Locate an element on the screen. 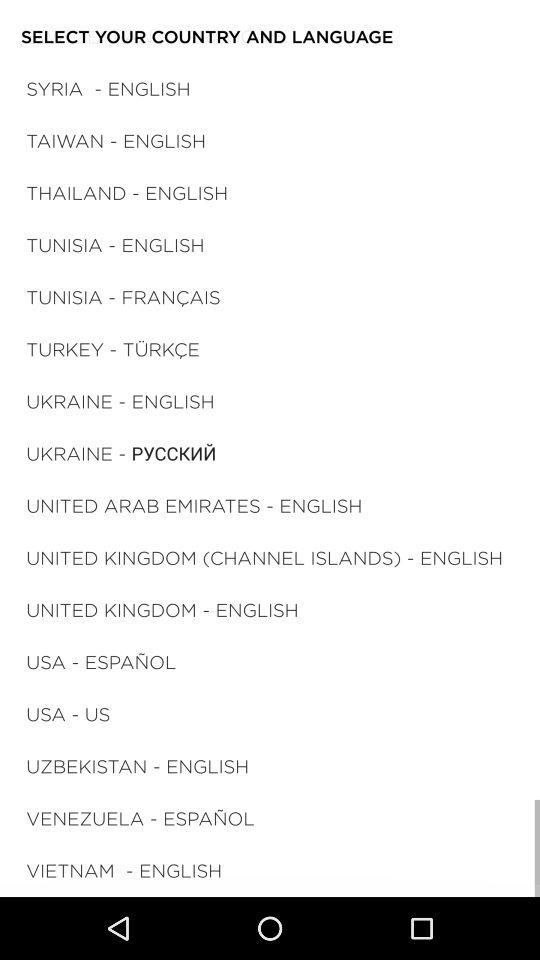 This screenshot has height=960, width=540. the taiwan - english icon is located at coordinates (116, 139).